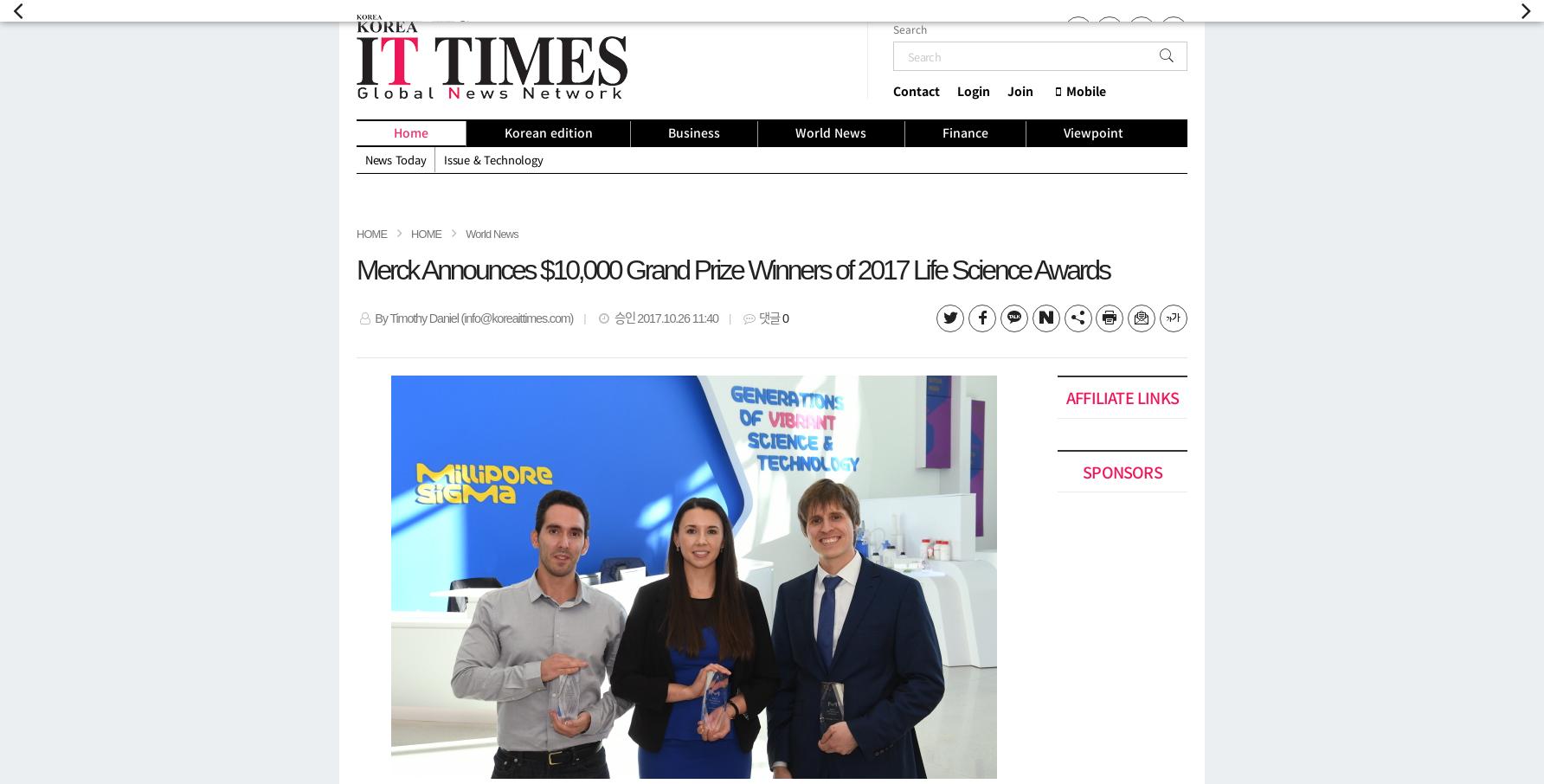  I want to click on 'Korean edition', so click(546, 132).